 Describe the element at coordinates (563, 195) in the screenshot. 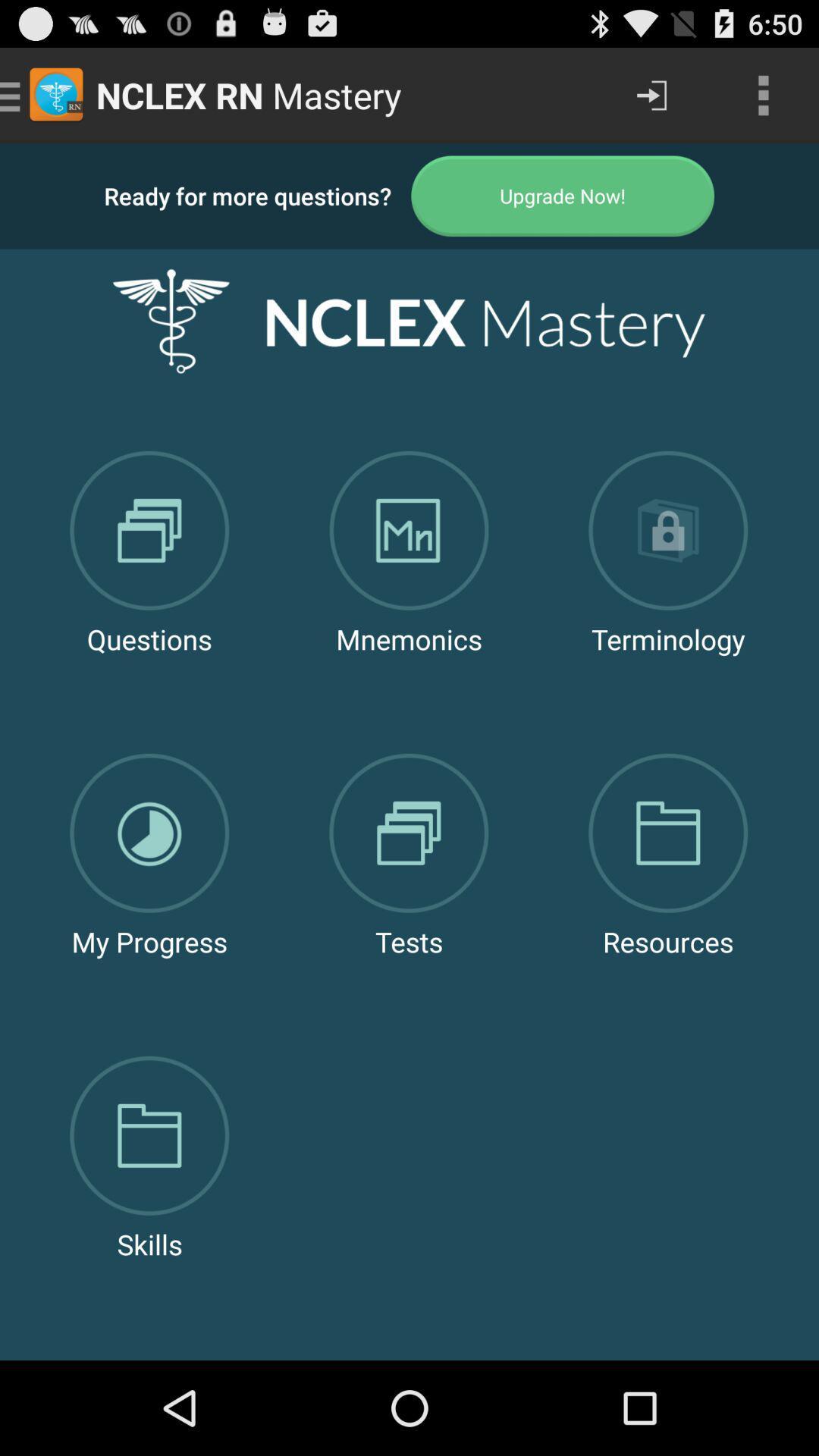

I see `autoplay option` at that location.